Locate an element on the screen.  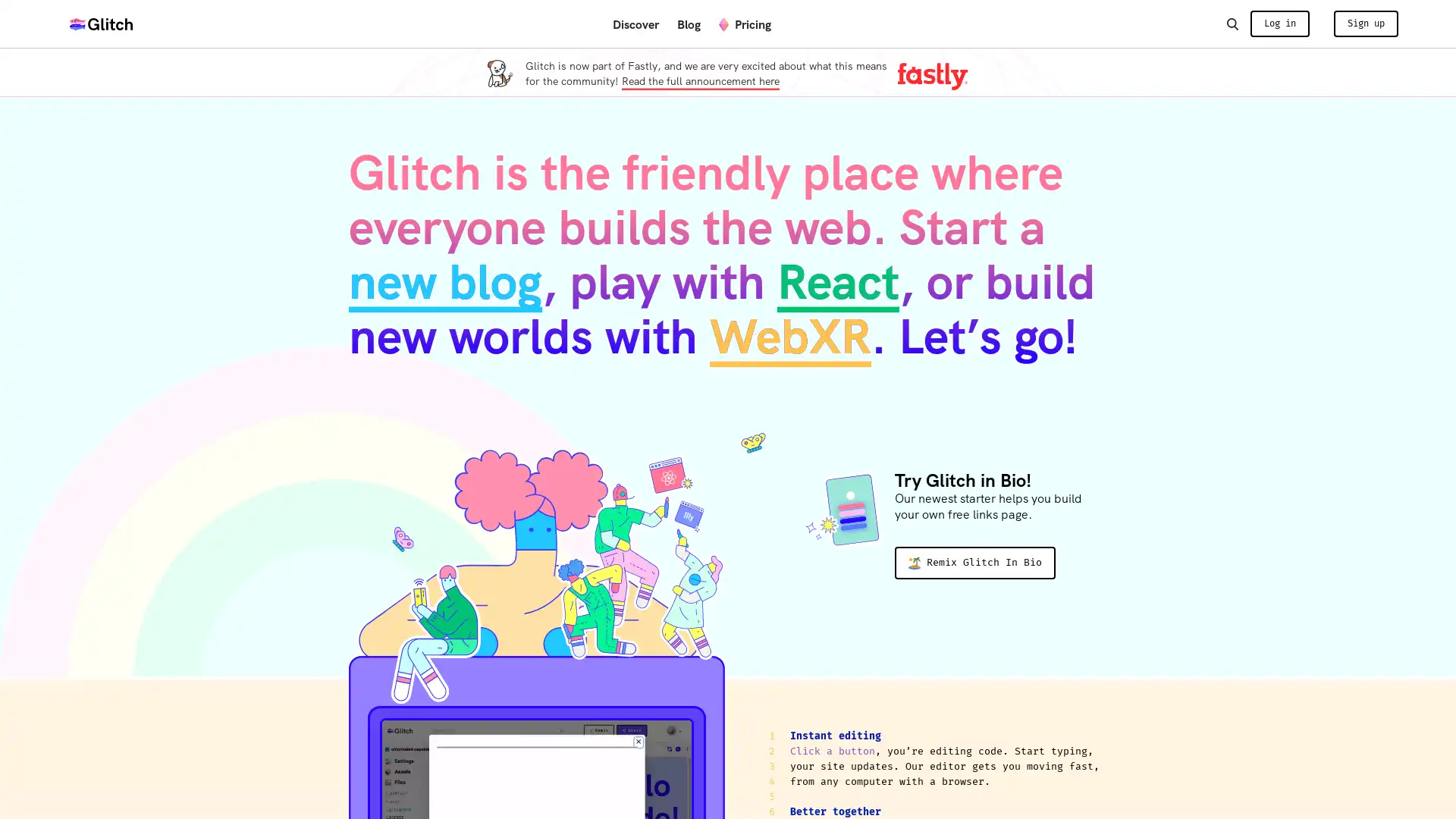
Search Glitch is located at coordinates (1232, 23).